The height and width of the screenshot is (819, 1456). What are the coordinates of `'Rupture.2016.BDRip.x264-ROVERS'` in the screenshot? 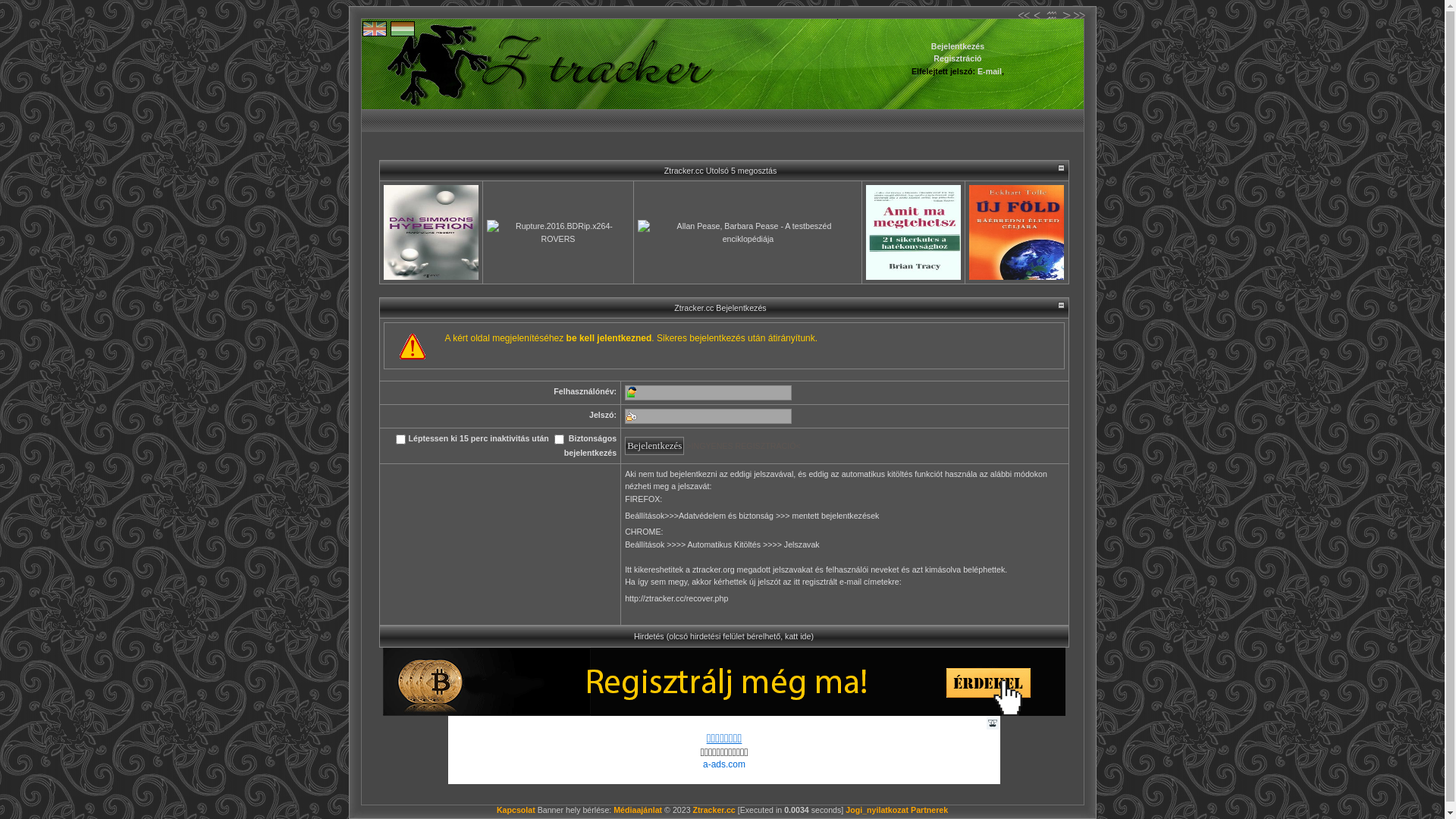 It's located at (487, 232).